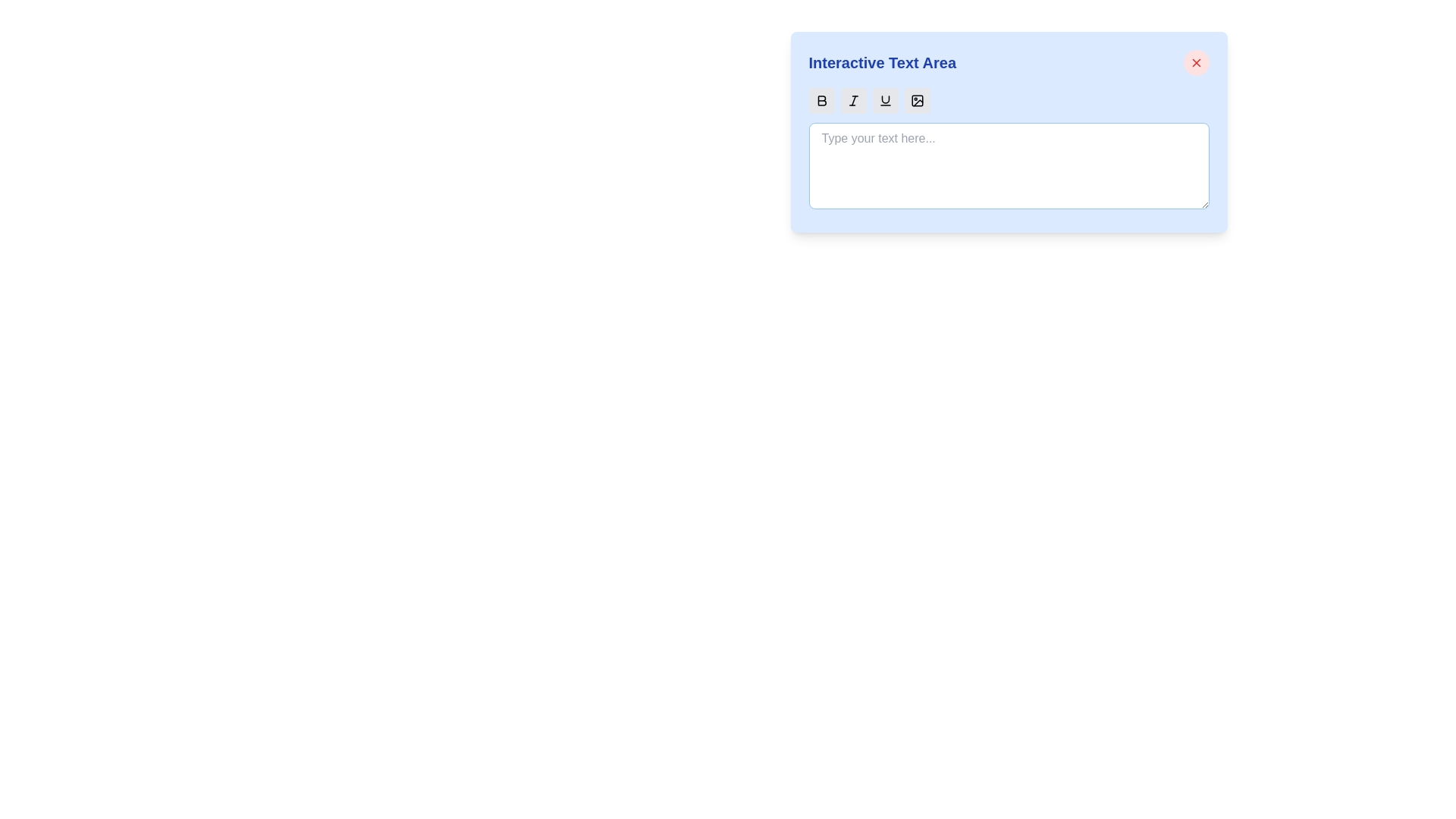 Image resolution: width=1456 pixels, height=819 pixels. I want to click on the small icon button resembling the letter 'B' in bold font style located in the toolbar section of the interactive text area widget to potentially see a tooltip with functionality description, so click(821, 100).